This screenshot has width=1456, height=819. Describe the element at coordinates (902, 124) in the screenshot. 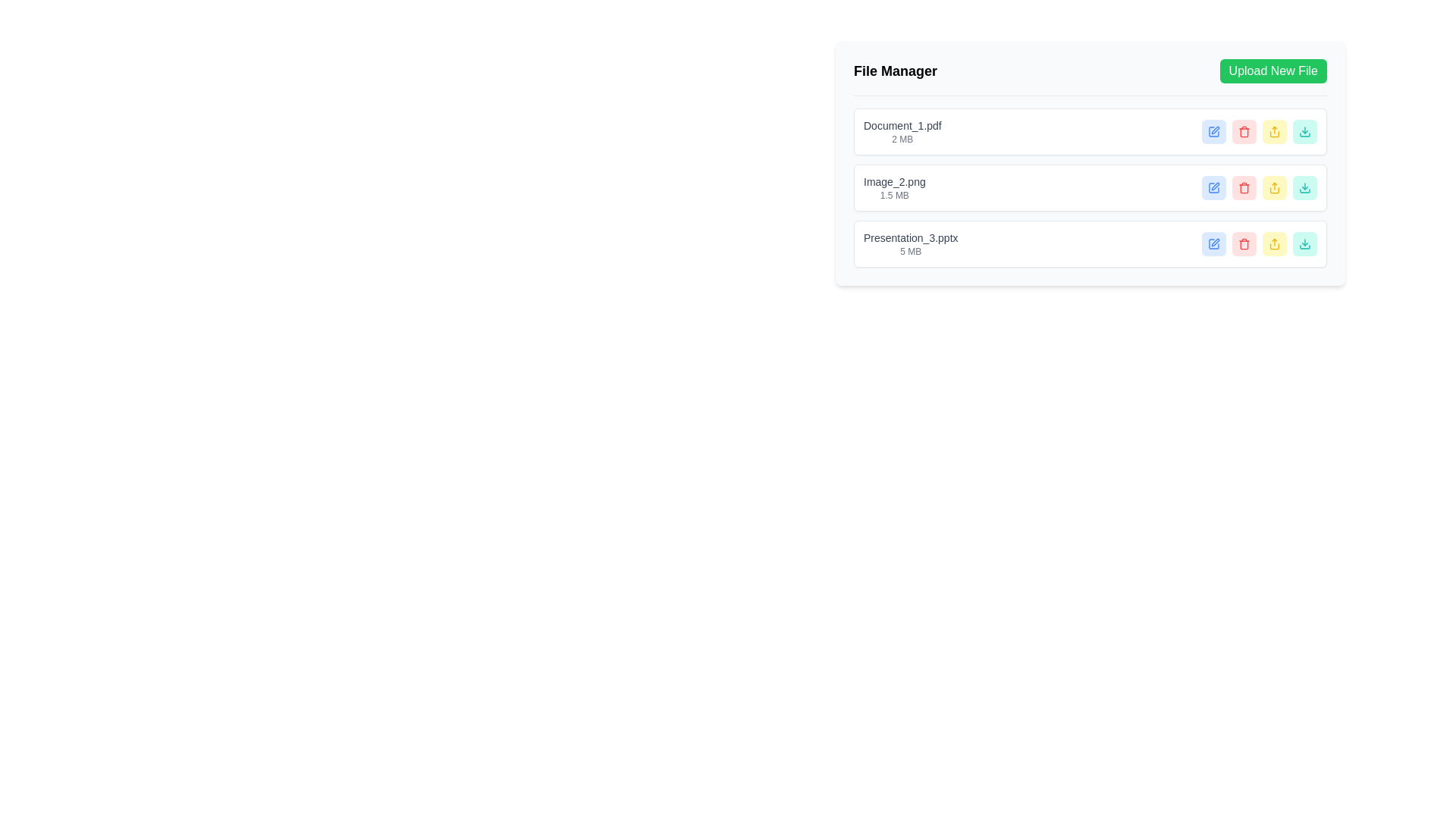

I see `text displayed in the Text Label that shows the file name 'Document_1.pdf', located at the top-left corner of the file management interface` at that location.